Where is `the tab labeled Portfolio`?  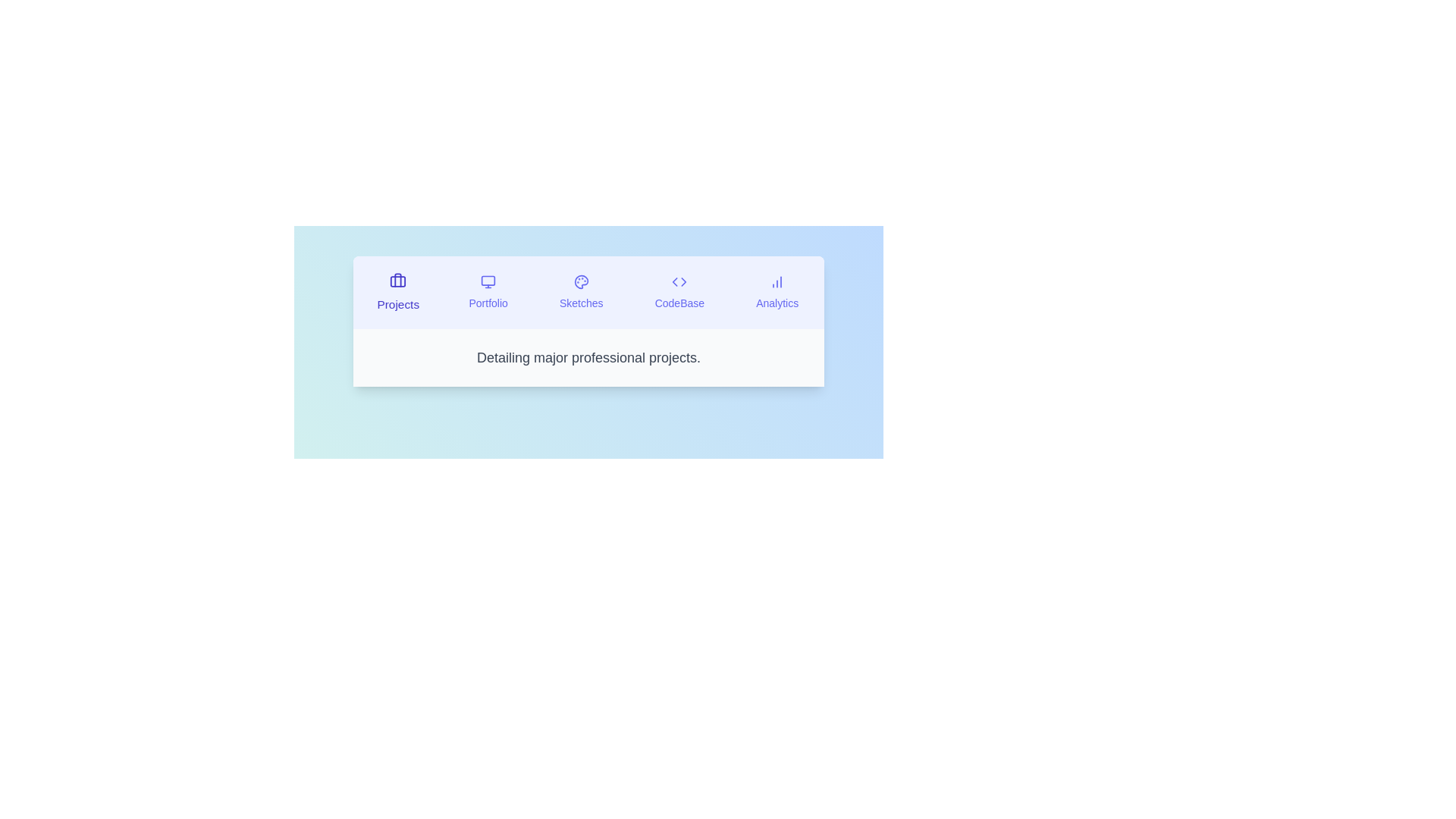 the tab labeled Portfolio is located at coordinates (488, 292).